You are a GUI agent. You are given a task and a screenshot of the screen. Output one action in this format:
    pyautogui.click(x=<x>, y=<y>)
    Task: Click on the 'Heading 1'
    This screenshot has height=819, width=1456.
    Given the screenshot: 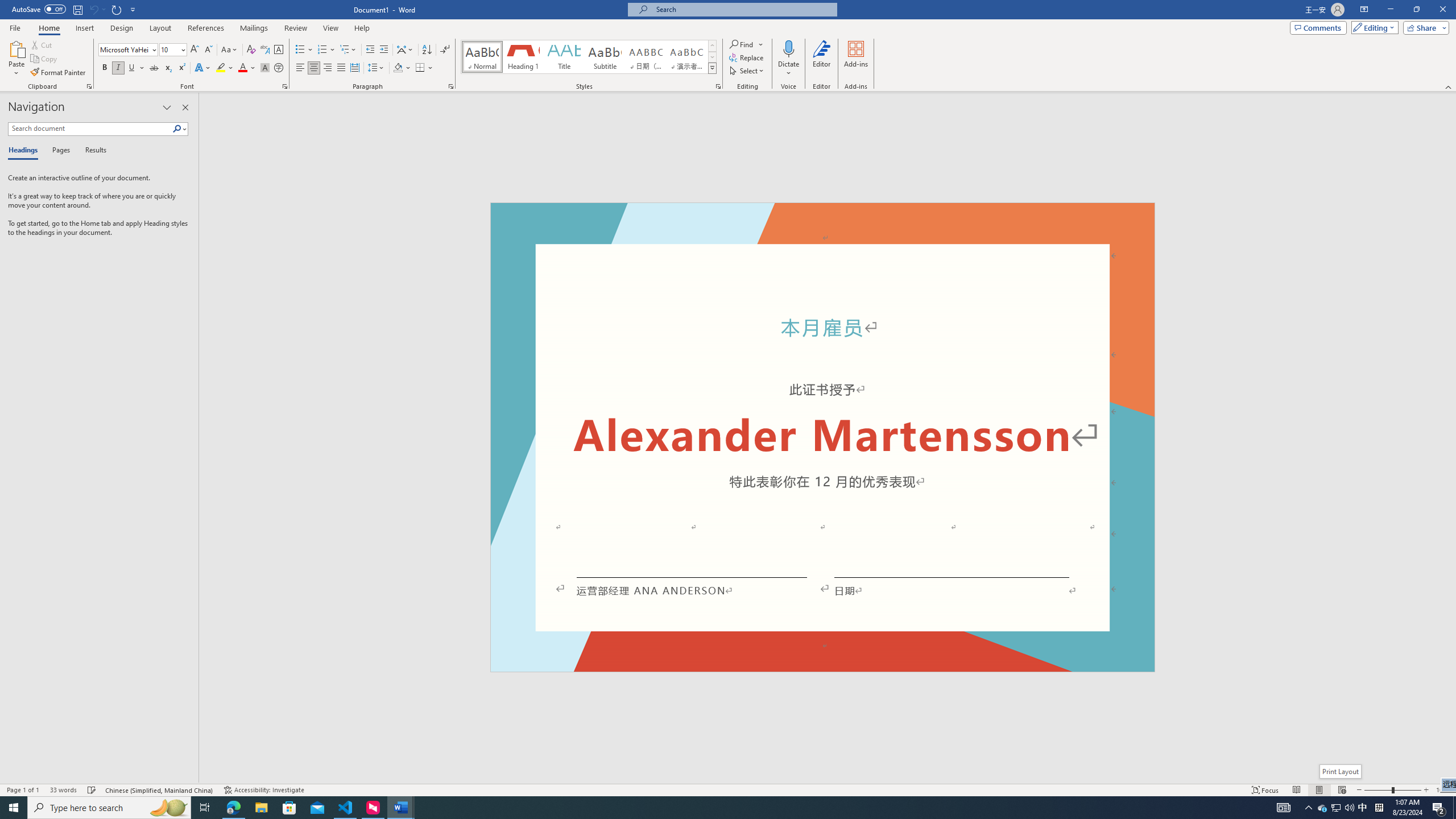 What is the action you would take?
    pyautogui.click(x=522, y=56)
    